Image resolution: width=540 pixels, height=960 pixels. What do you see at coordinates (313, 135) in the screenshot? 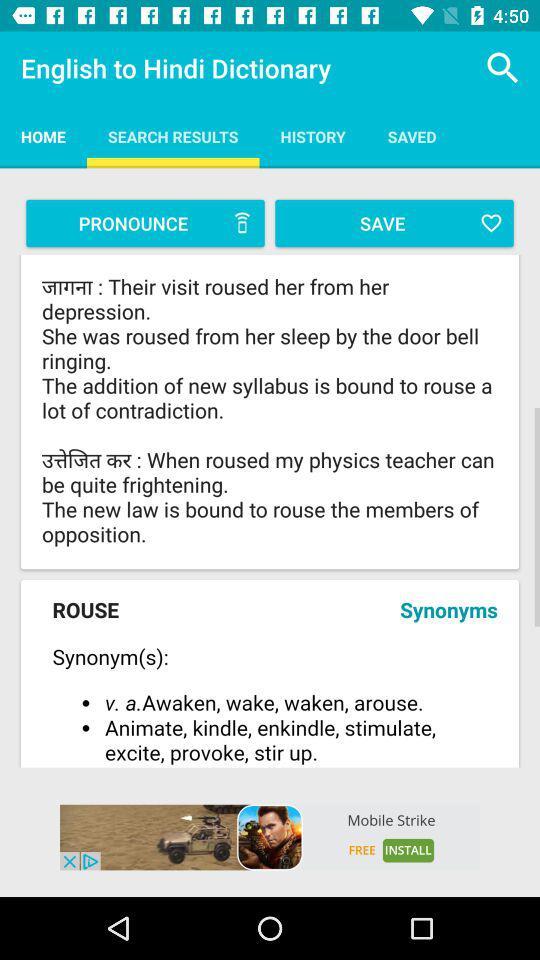
I see `text history` at bounding box center [313, 135].